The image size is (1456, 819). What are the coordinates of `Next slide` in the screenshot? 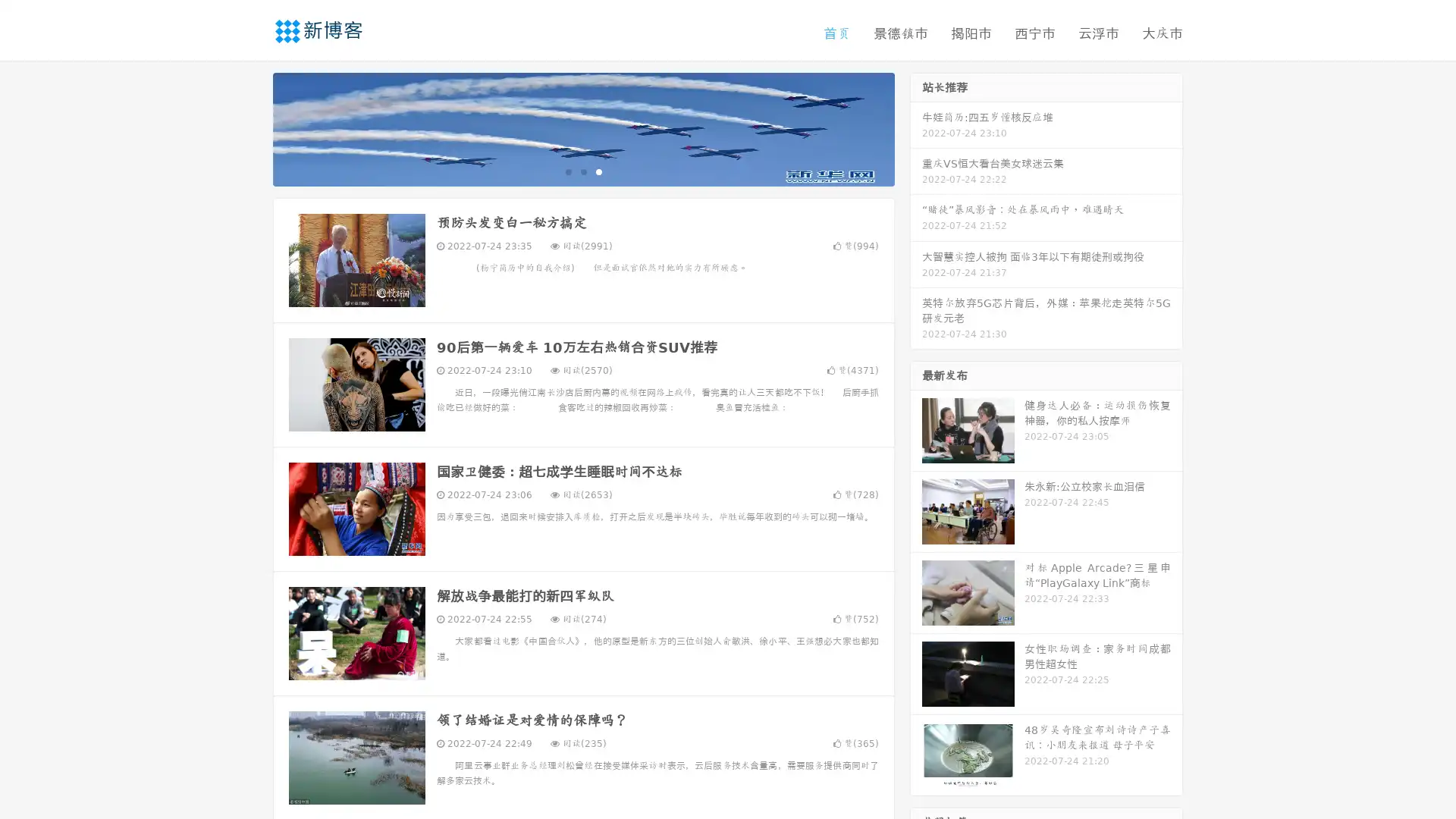 It's located at (916, 127).